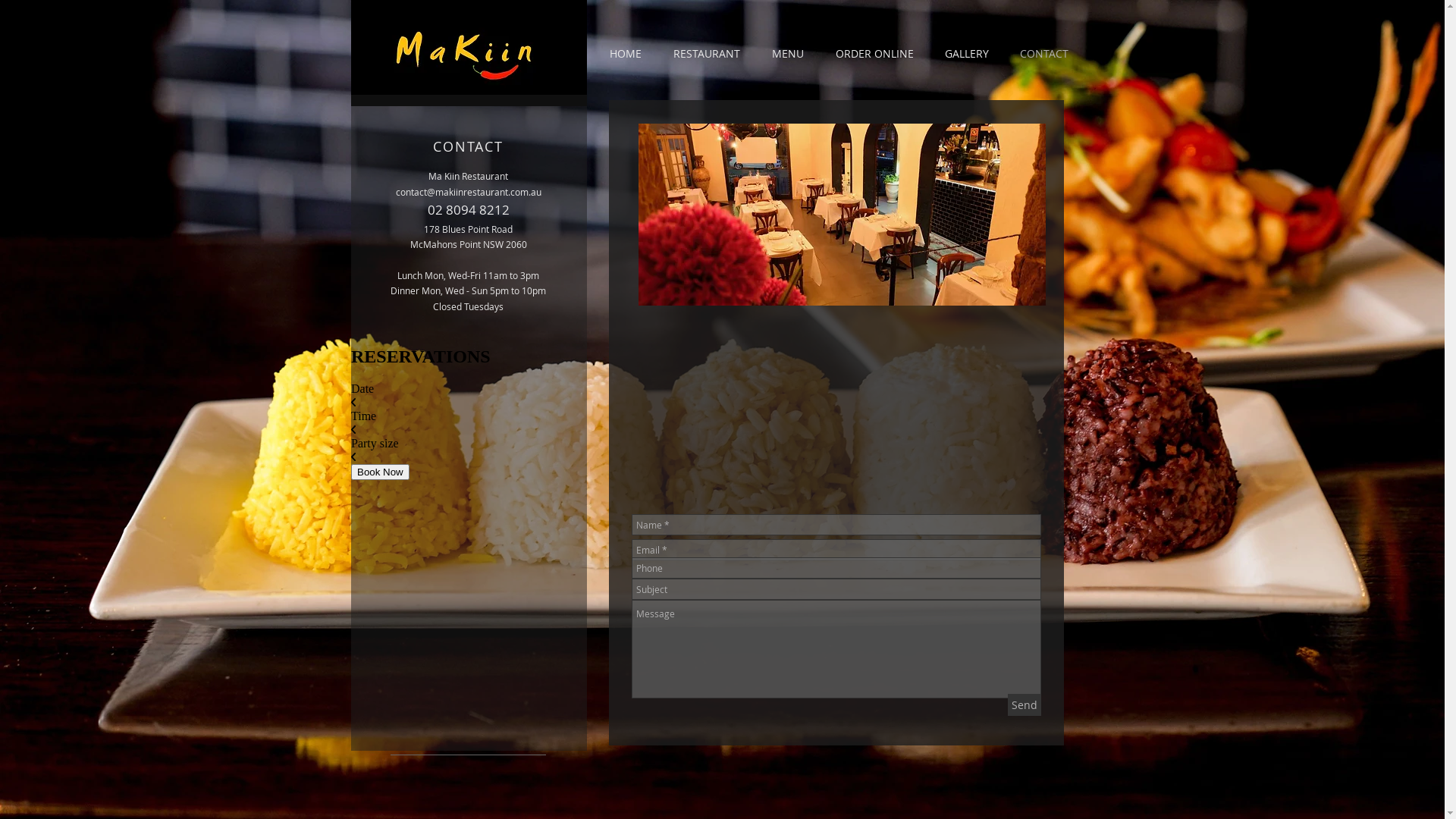  I want to click on 'RESTAURANT', so click(705, 52).